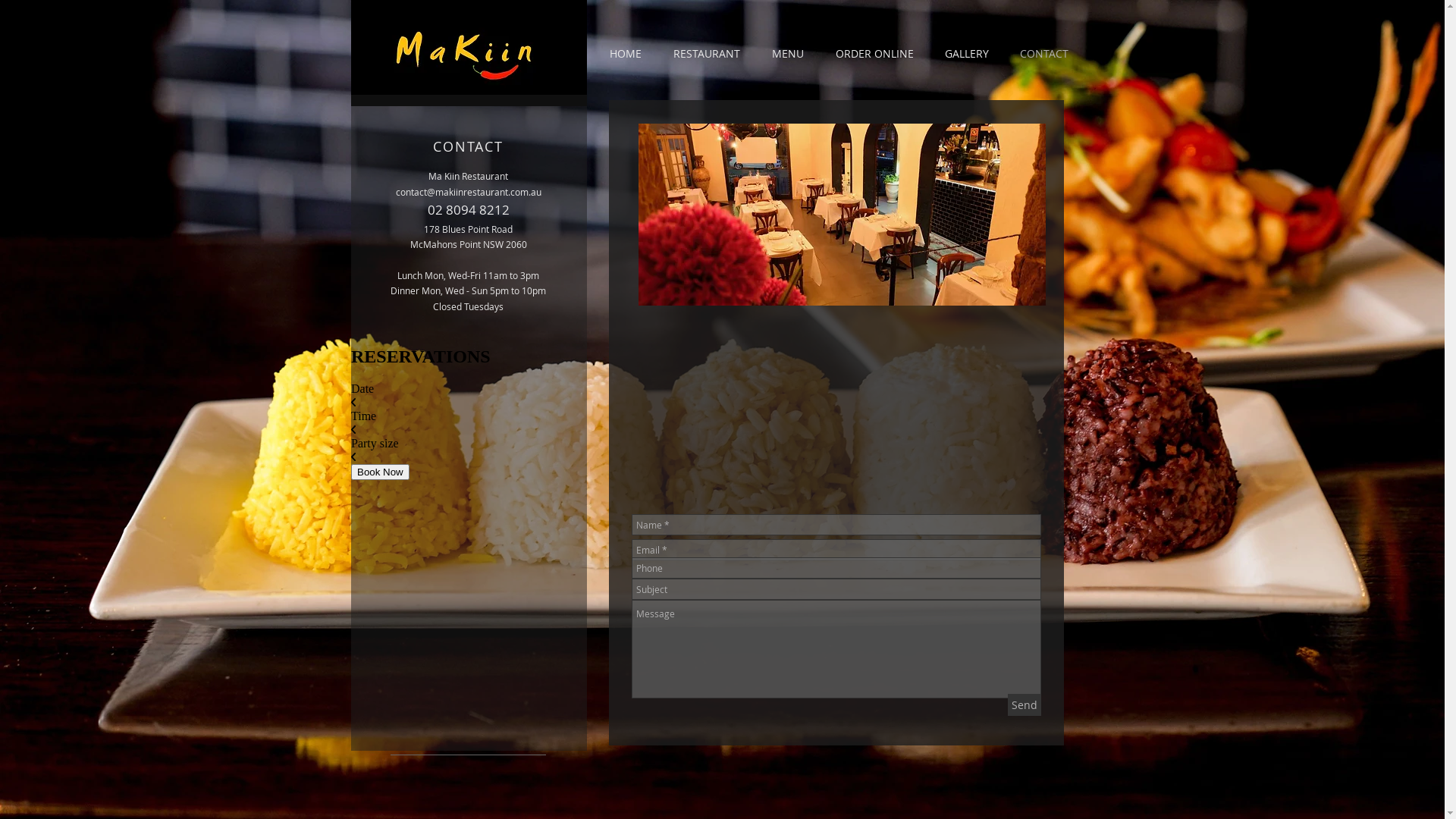  I want to click on 'RESTAURANT', so click(705, 52).